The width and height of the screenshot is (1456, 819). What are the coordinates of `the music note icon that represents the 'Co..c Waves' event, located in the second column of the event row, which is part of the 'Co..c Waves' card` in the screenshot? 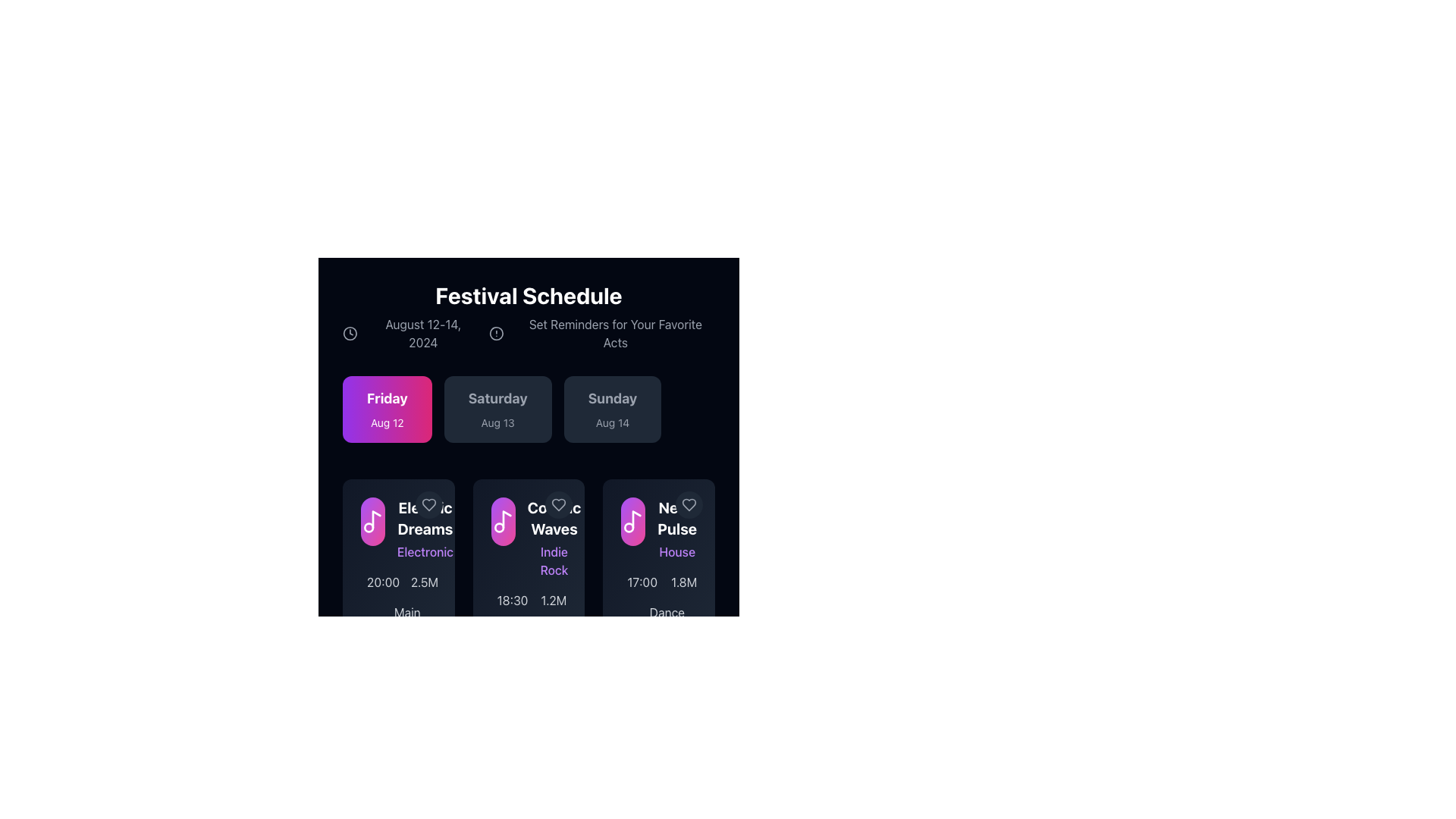 It's located at (503, 520).